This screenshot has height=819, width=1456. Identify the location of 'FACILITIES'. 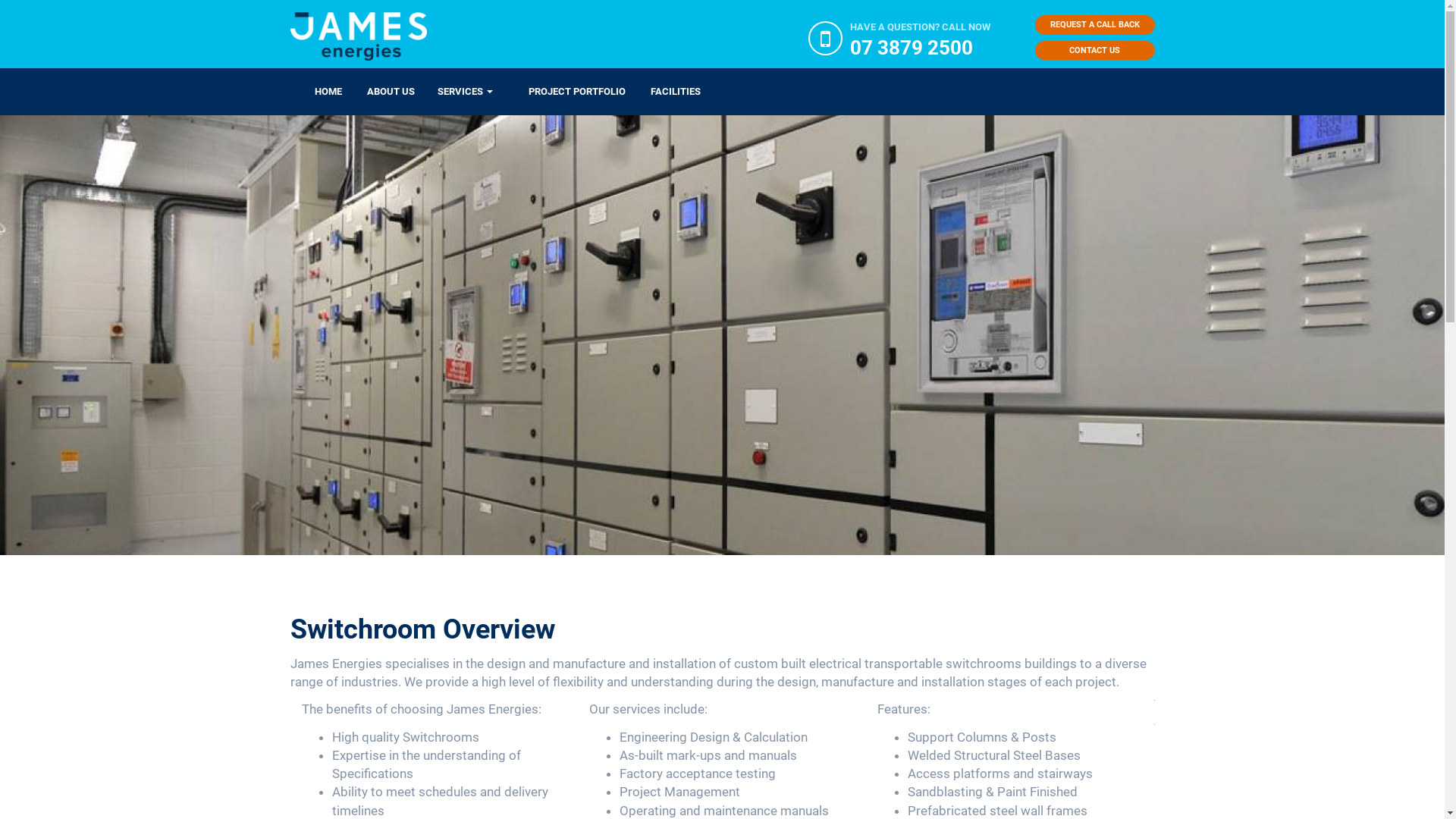
(626, 91).